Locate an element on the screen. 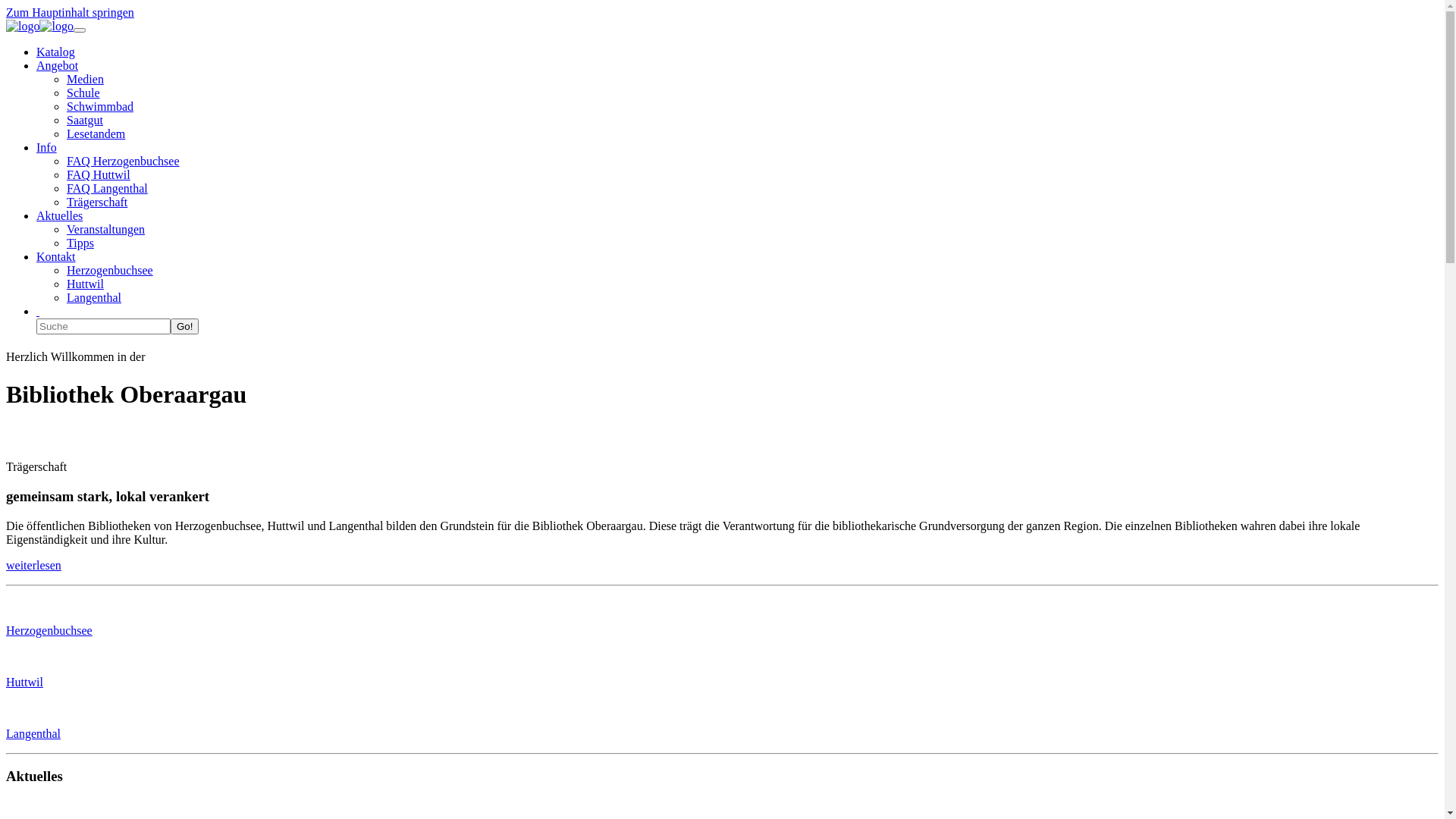  'Herzogenbuchsee' is located at coordinates (108, 269).